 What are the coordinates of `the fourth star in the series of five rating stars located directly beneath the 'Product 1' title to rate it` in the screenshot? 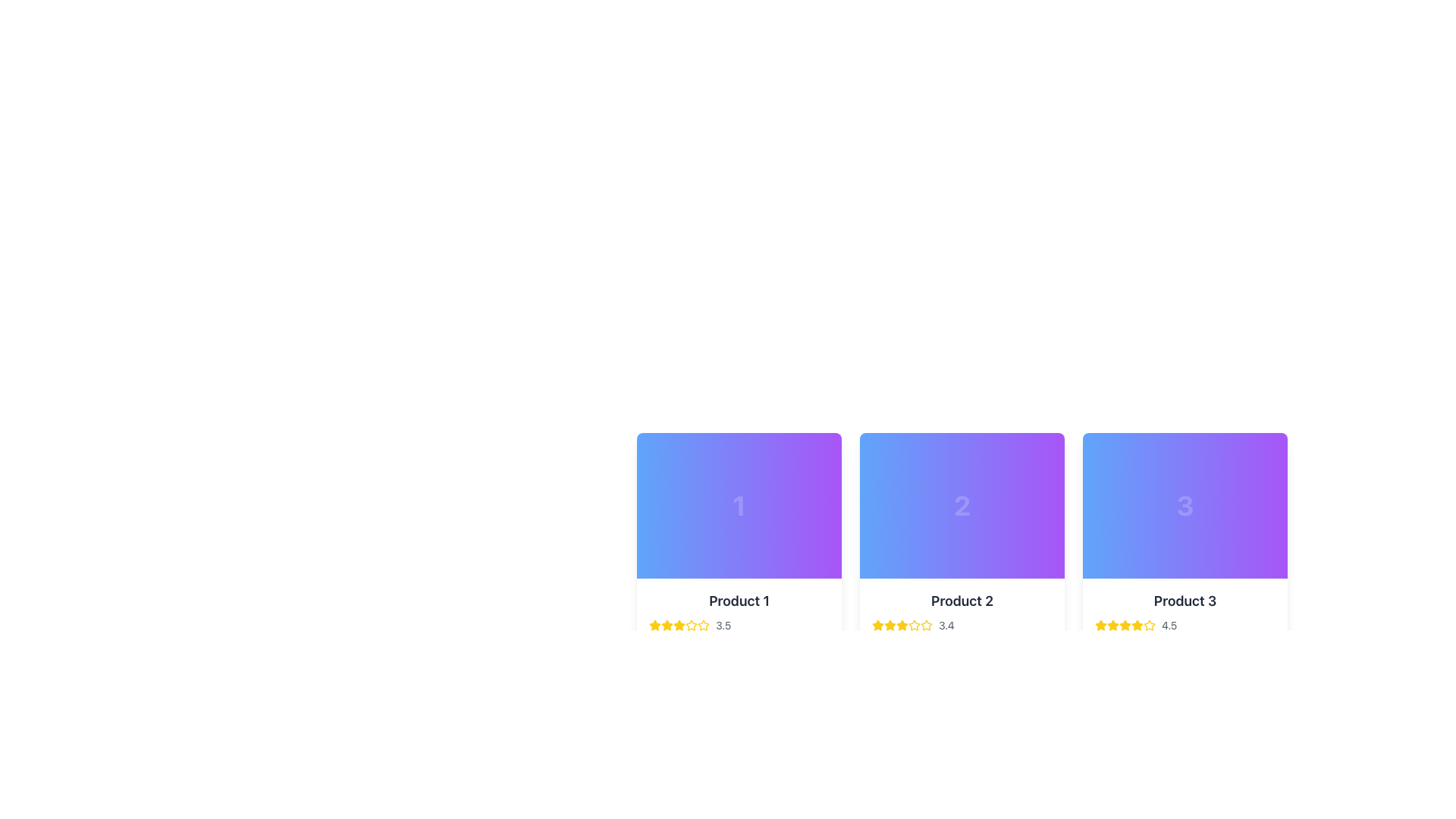 It's located at (679, 626).